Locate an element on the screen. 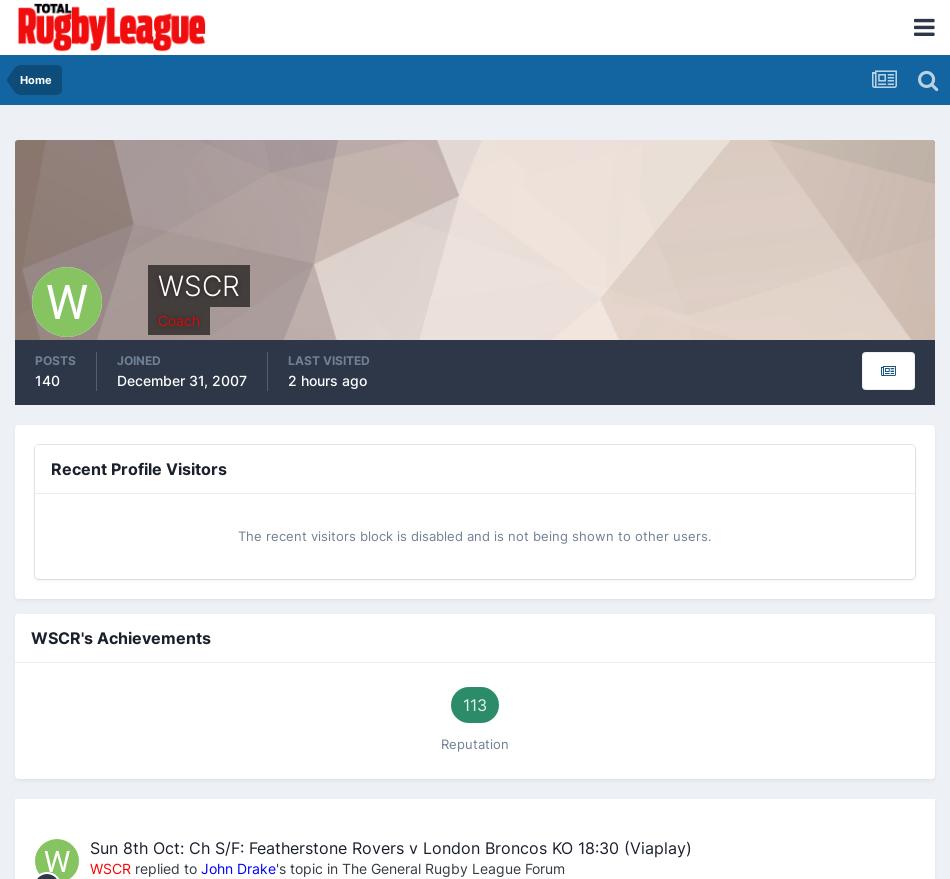 Image resolution: width=950 pixels, height=879 pixels. '140' is located at coordinates (47, 379).